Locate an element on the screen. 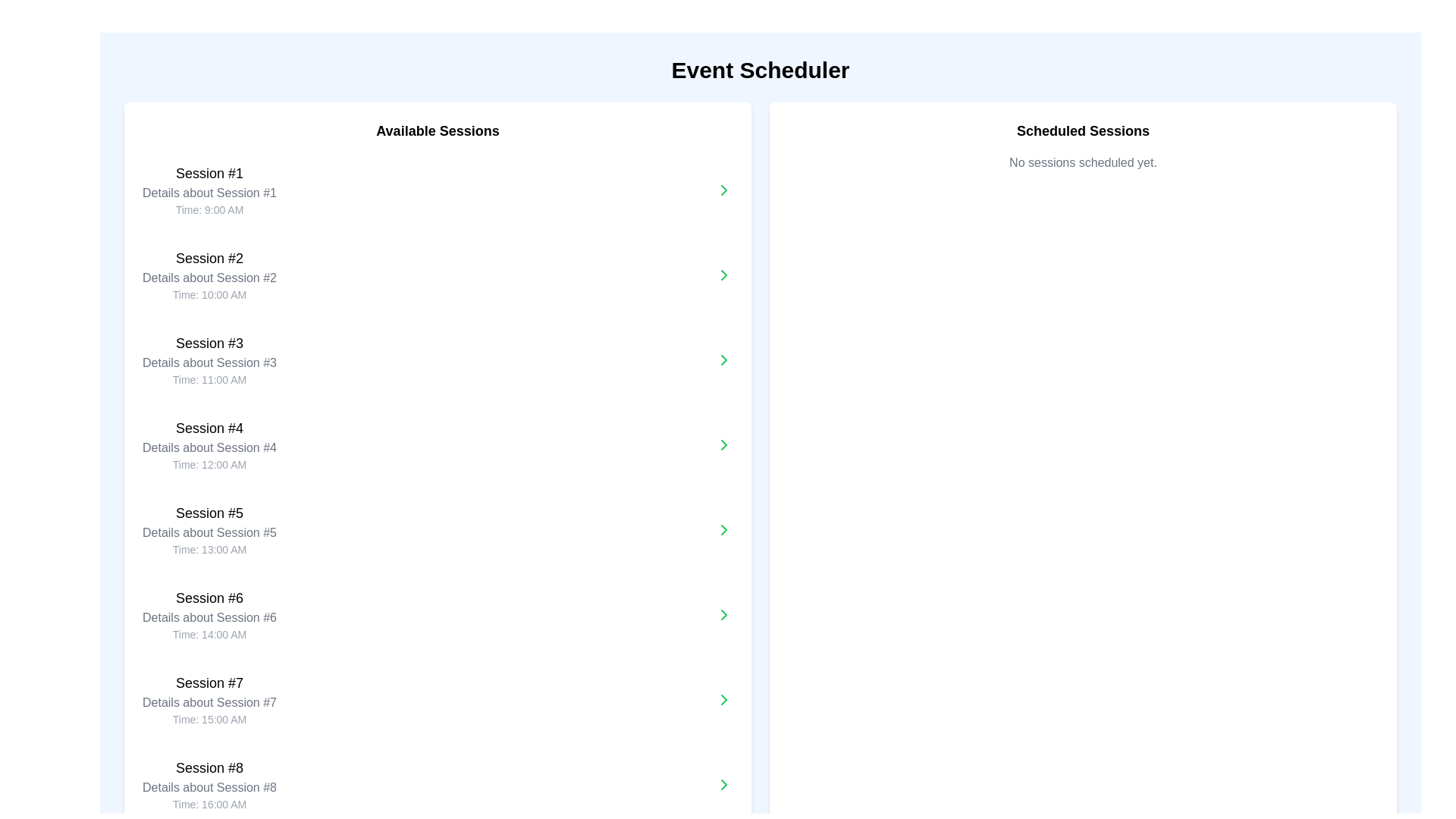 This screenshot has height=819, width=1456. the green arrow button located on the right side of the 'Available Sessions' section, adjacent to the 'Session #7' entry is located at coordinates (723, 699).